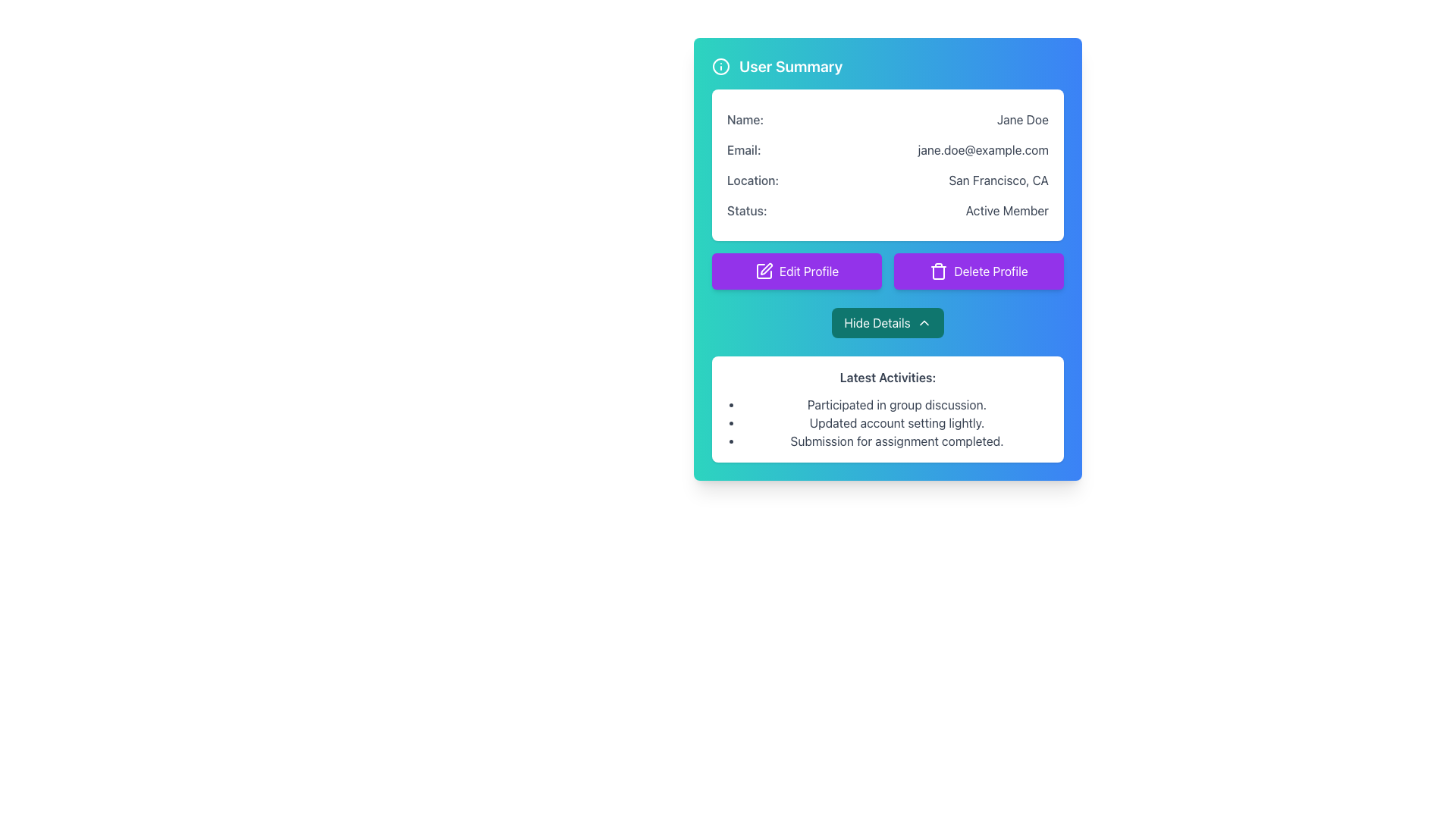 The image size is (1456, 819). What do you see at coordinates (720, 66) in the screenshot?
I see `the circular icon located to the left of the 'User Summary' text in the upper-left corner of the 'User Summary' card` at bounding box center [720, 66].